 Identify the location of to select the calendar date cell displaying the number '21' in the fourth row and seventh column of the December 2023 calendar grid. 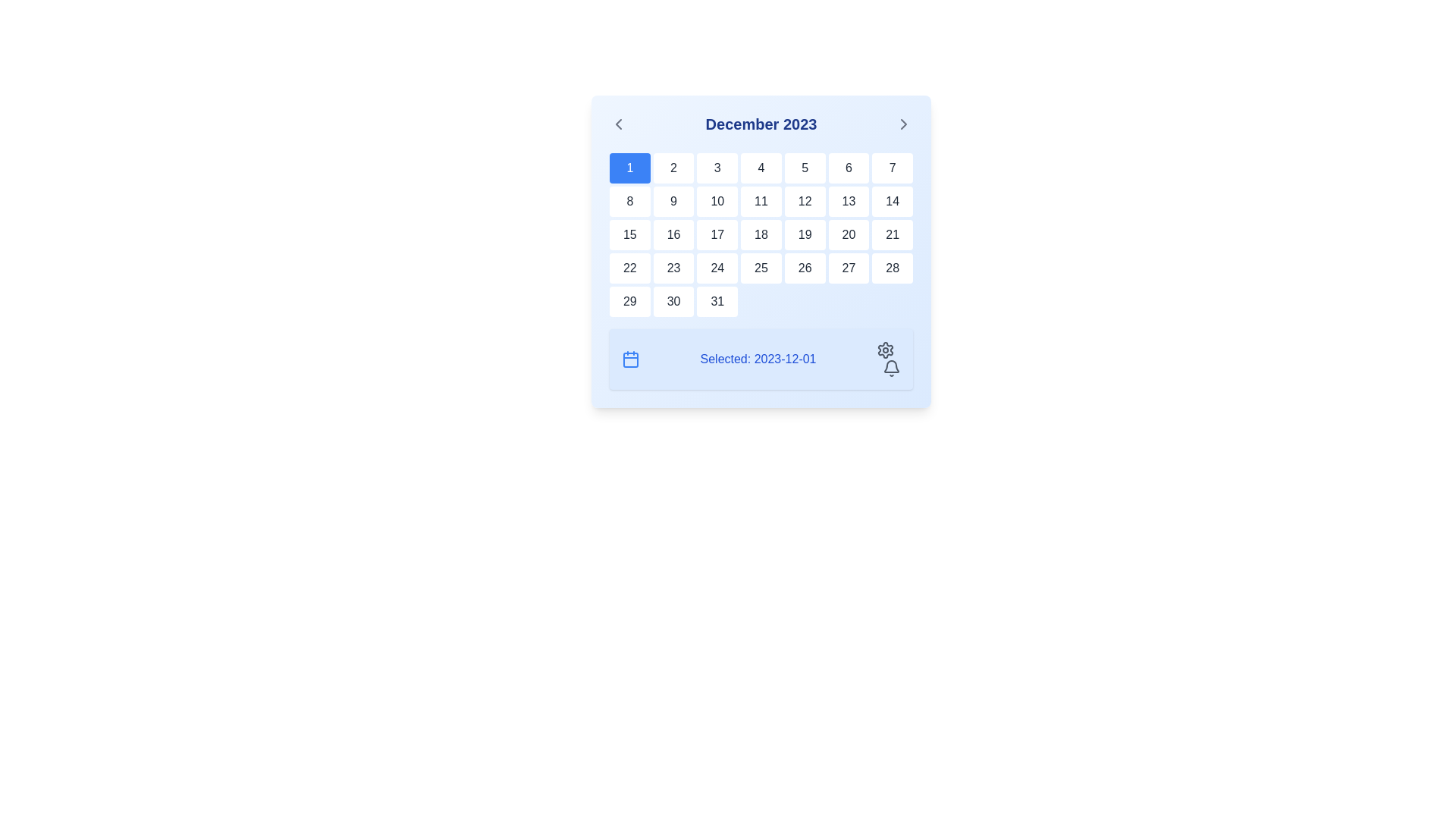
(893, 234).